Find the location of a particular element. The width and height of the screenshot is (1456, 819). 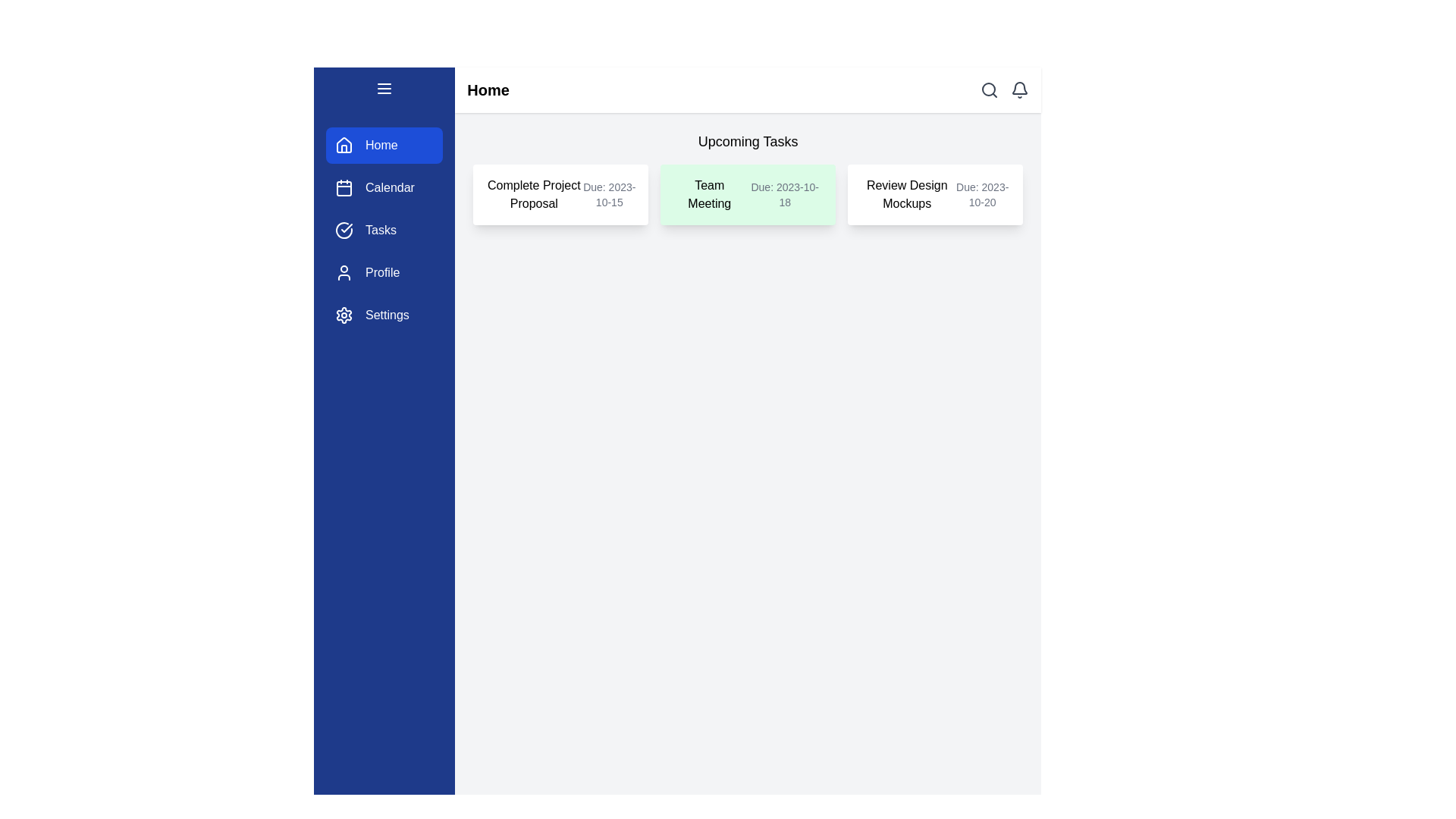

the static informational card displaying the task 'Complete Project Proposal' located at the top left of the grid layout is located at coordinates (560, 194).